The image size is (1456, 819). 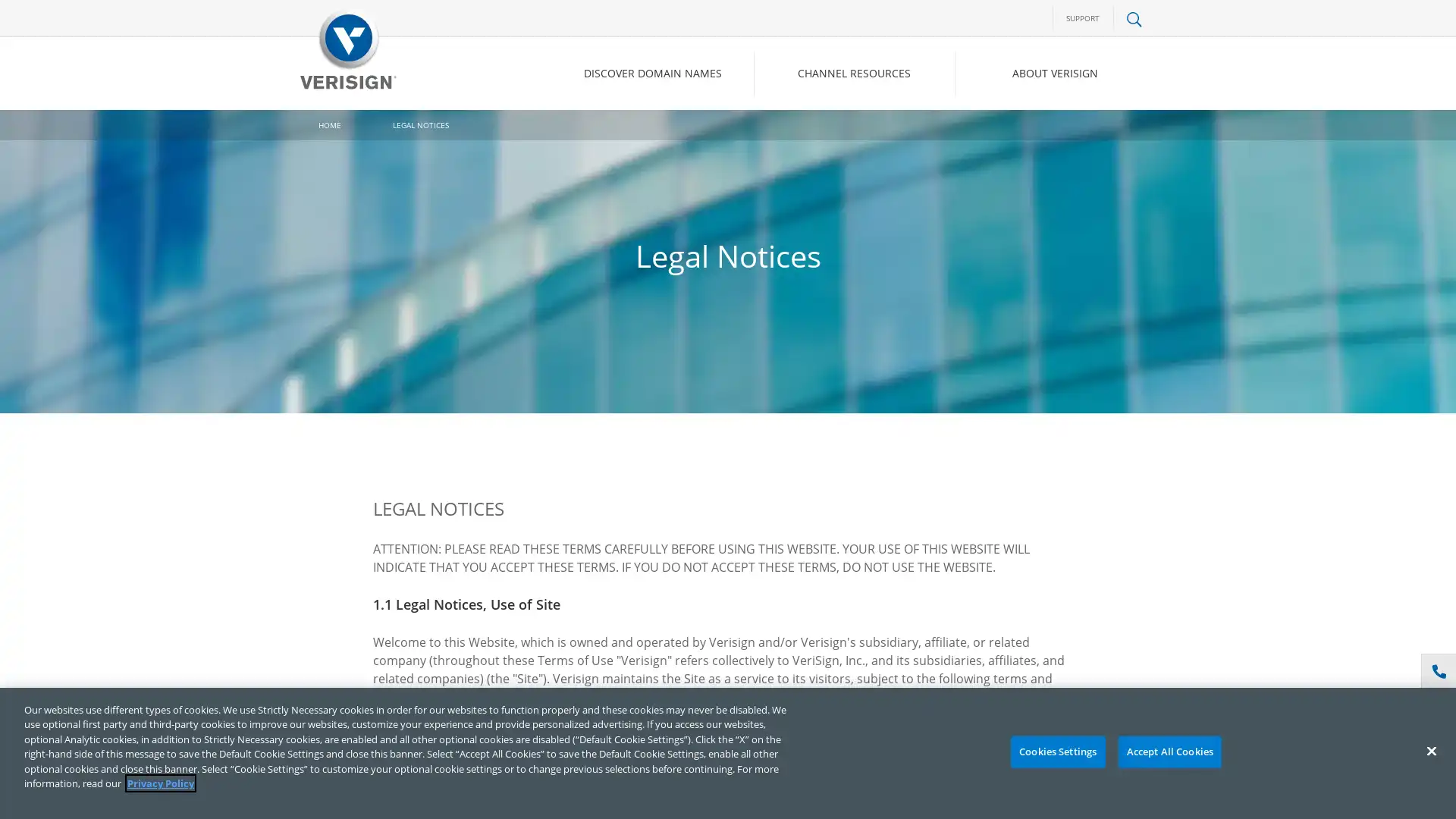 I want to click on Search, so click(x=1012, y=137).